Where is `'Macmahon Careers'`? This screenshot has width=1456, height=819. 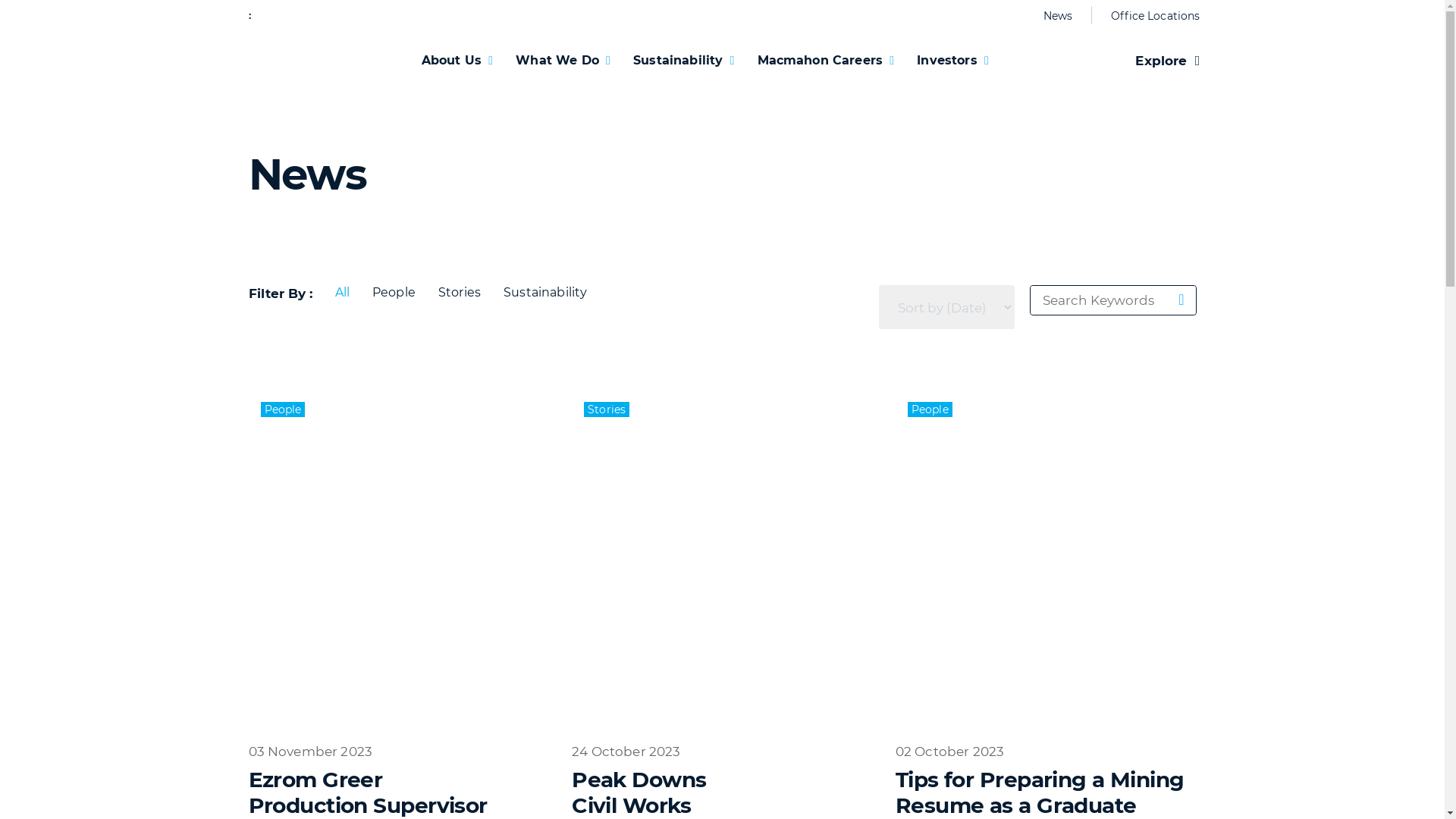
'Macmahon Careers' is located at coordinates (745, 59).